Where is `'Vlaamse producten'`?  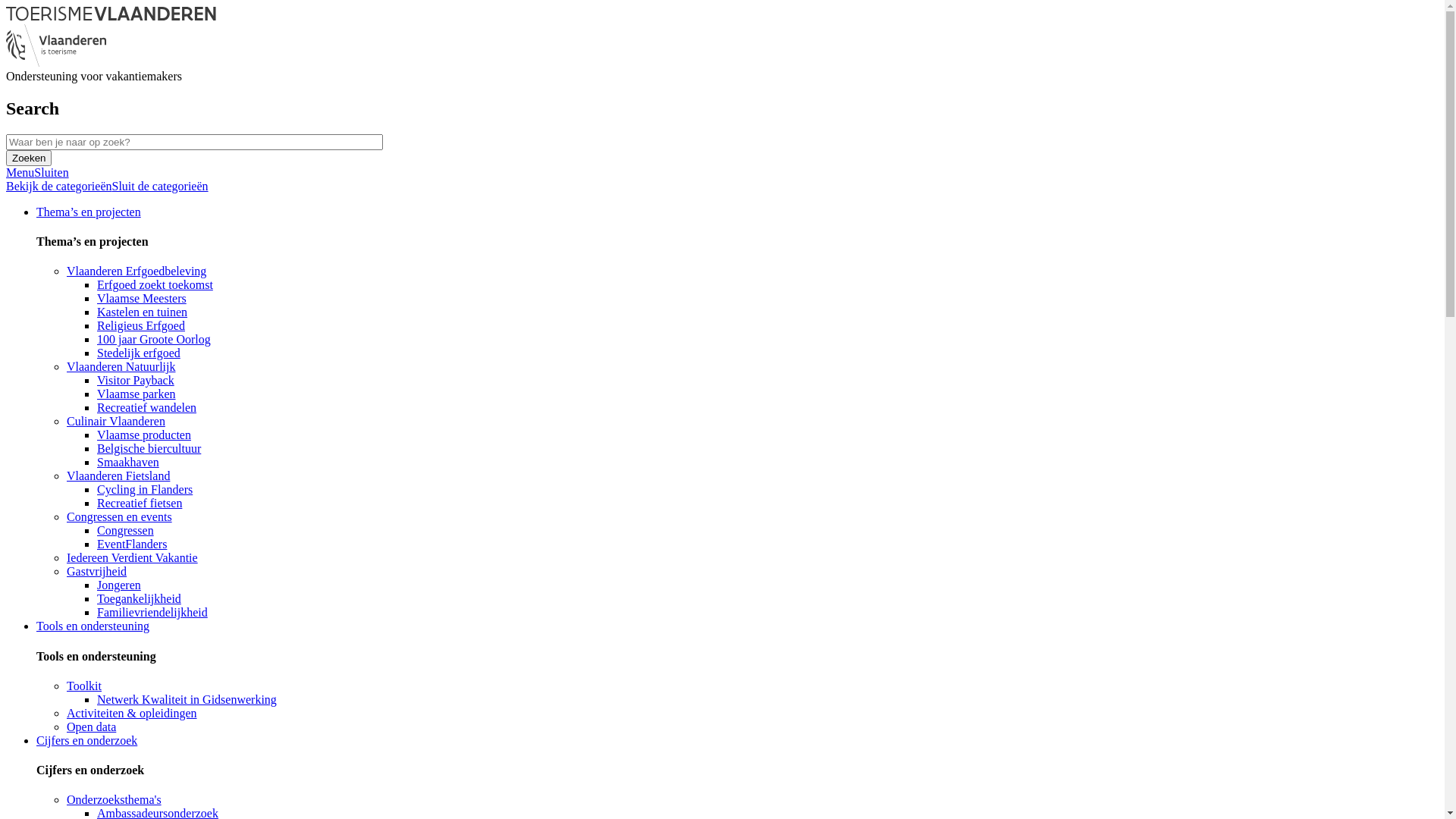 'Vlaamse producten' is located at coordinates (144, 435).